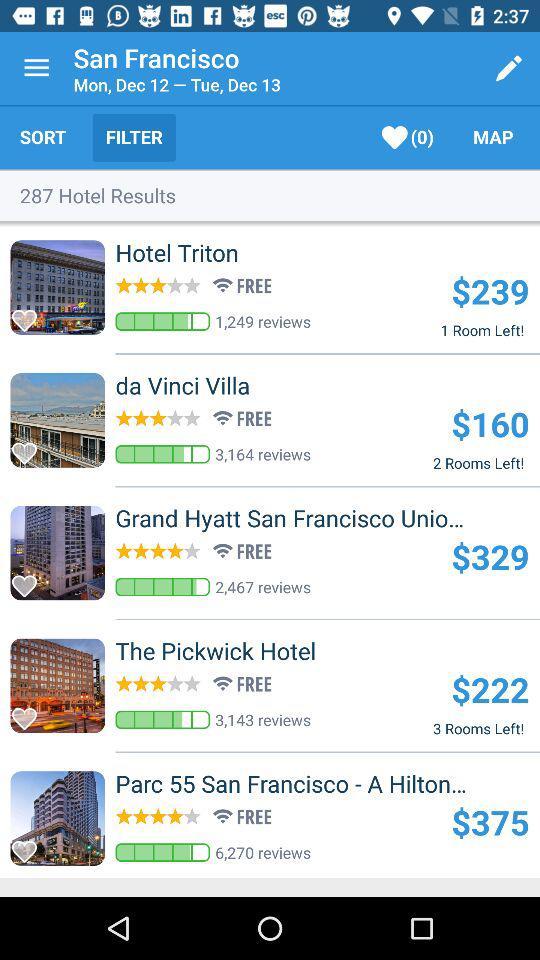 This screenshot has height=960, width=540. Describe the element at coordinates (489, 689) in the screenshot. I see `the $222 item` at that location.